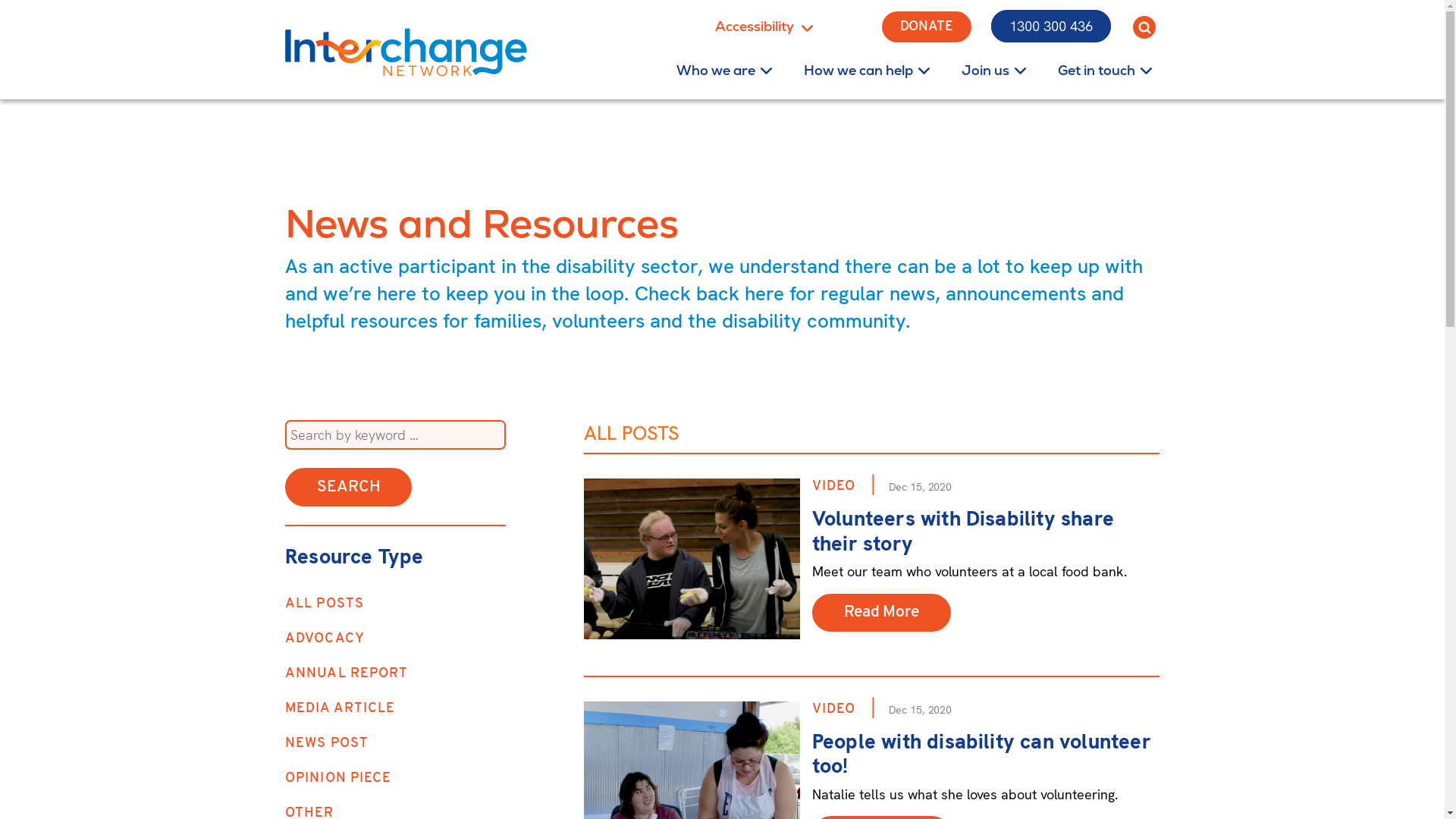 The height and width of the screenshot is (819, 1456). Describe the element at coordinates (324, 639) in the screenshot. I see `'ADVOCACY'` at that location.